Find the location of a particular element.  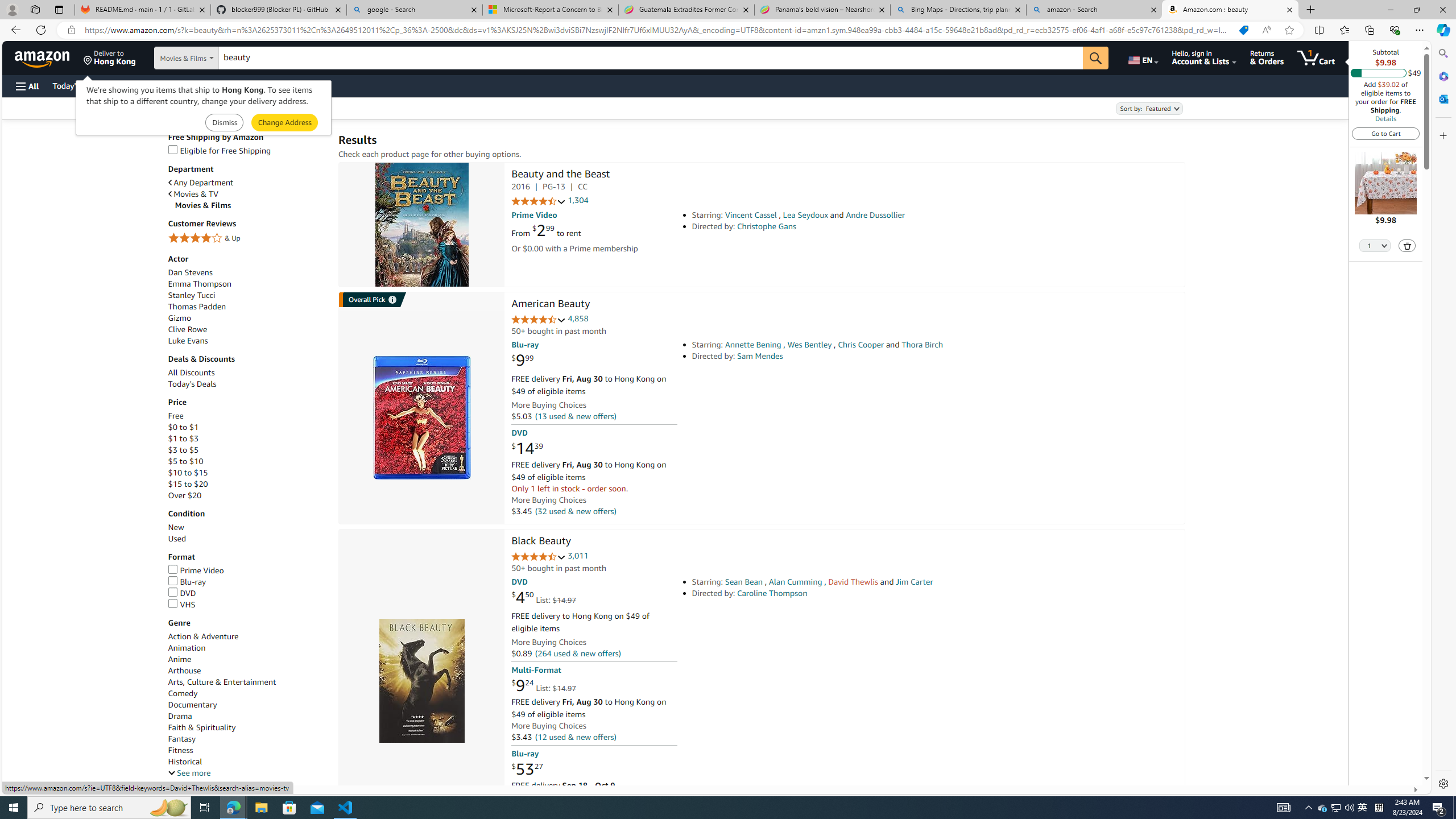

'google - Search' is located at coordinates (415, 9).